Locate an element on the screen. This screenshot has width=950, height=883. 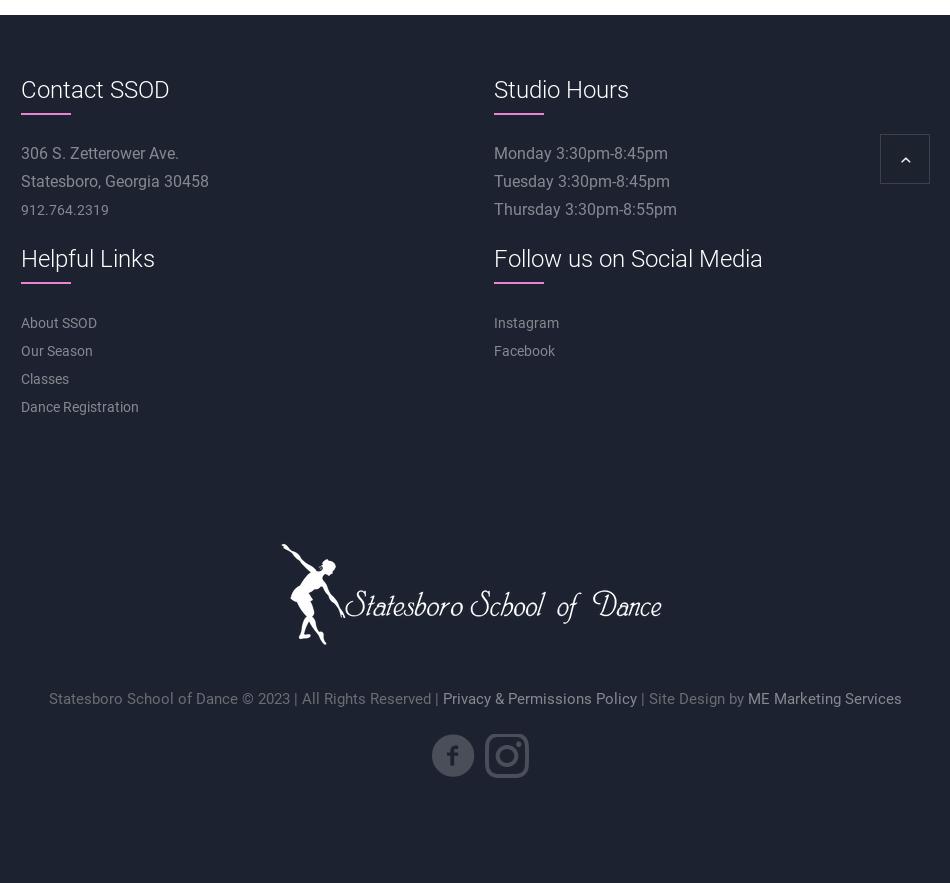
'Classes' is located at coordinates (43, 377).